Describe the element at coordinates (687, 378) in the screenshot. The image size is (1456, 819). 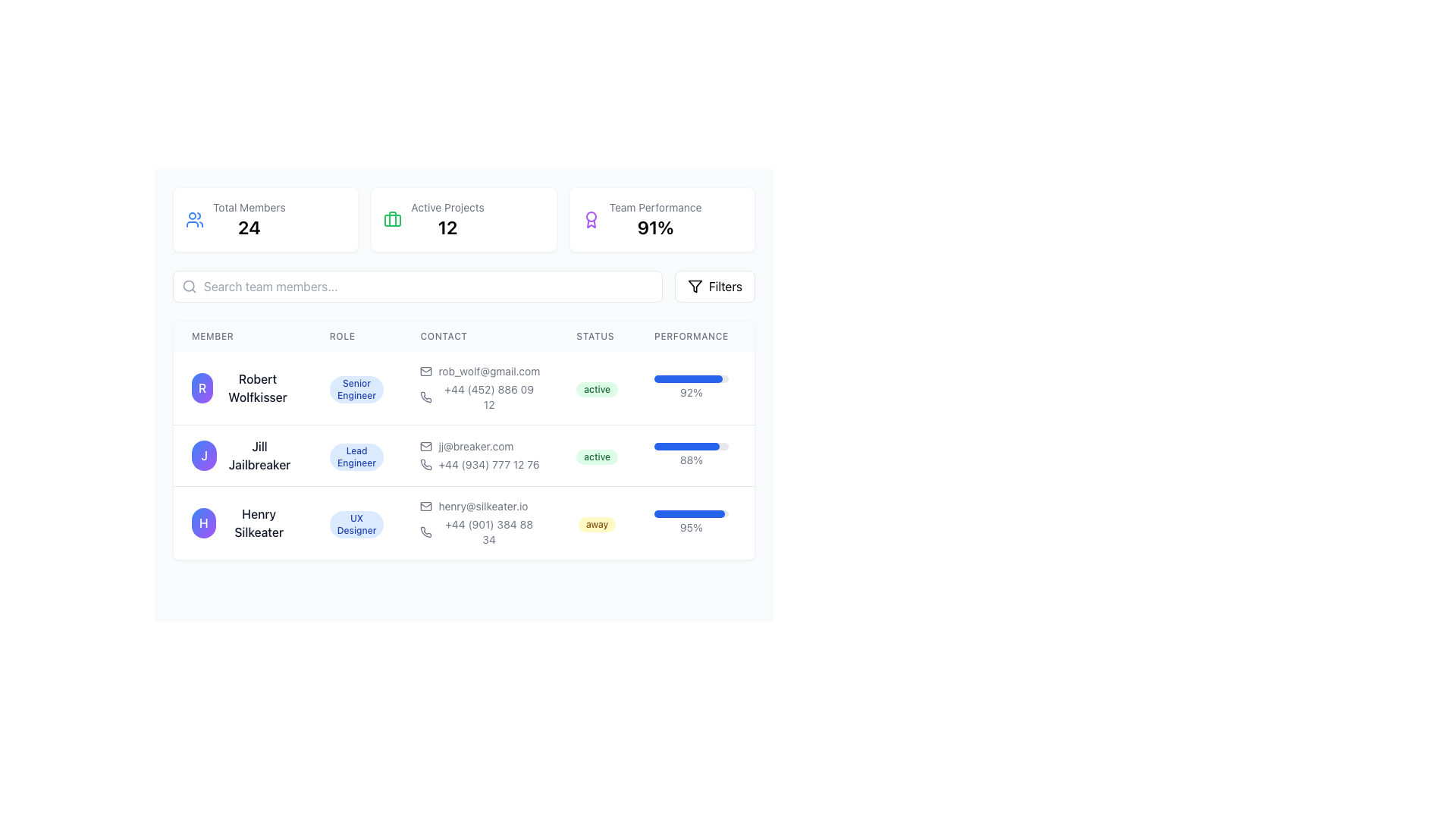
I see `the blue horizontal progress bar that is located in the 'Performance' column next to '92%' associated with 'Robert Wolfkisser'` at that location.